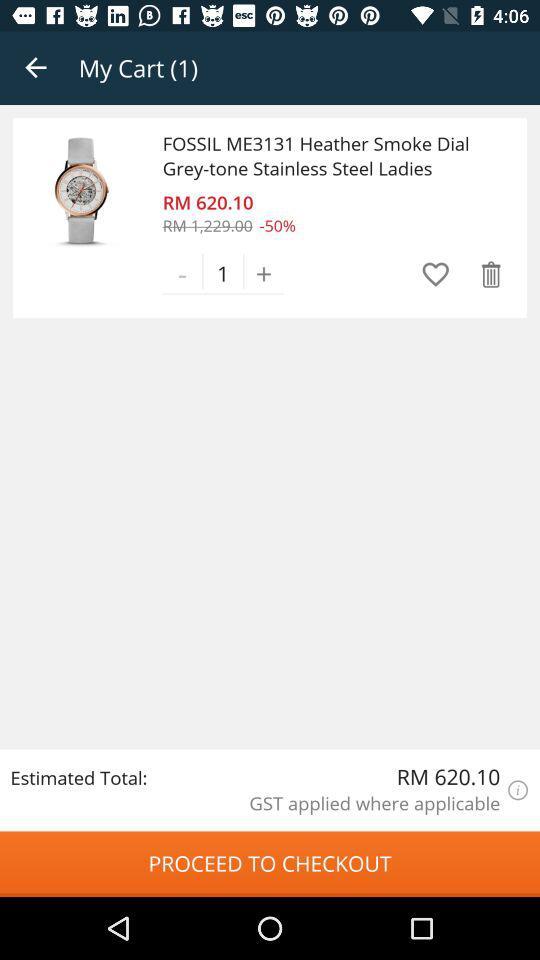  What do you see at coordinates (36, 68) in the screenshot?
I see `the item next to my cart (1) app` at bounding box center [36, 68].